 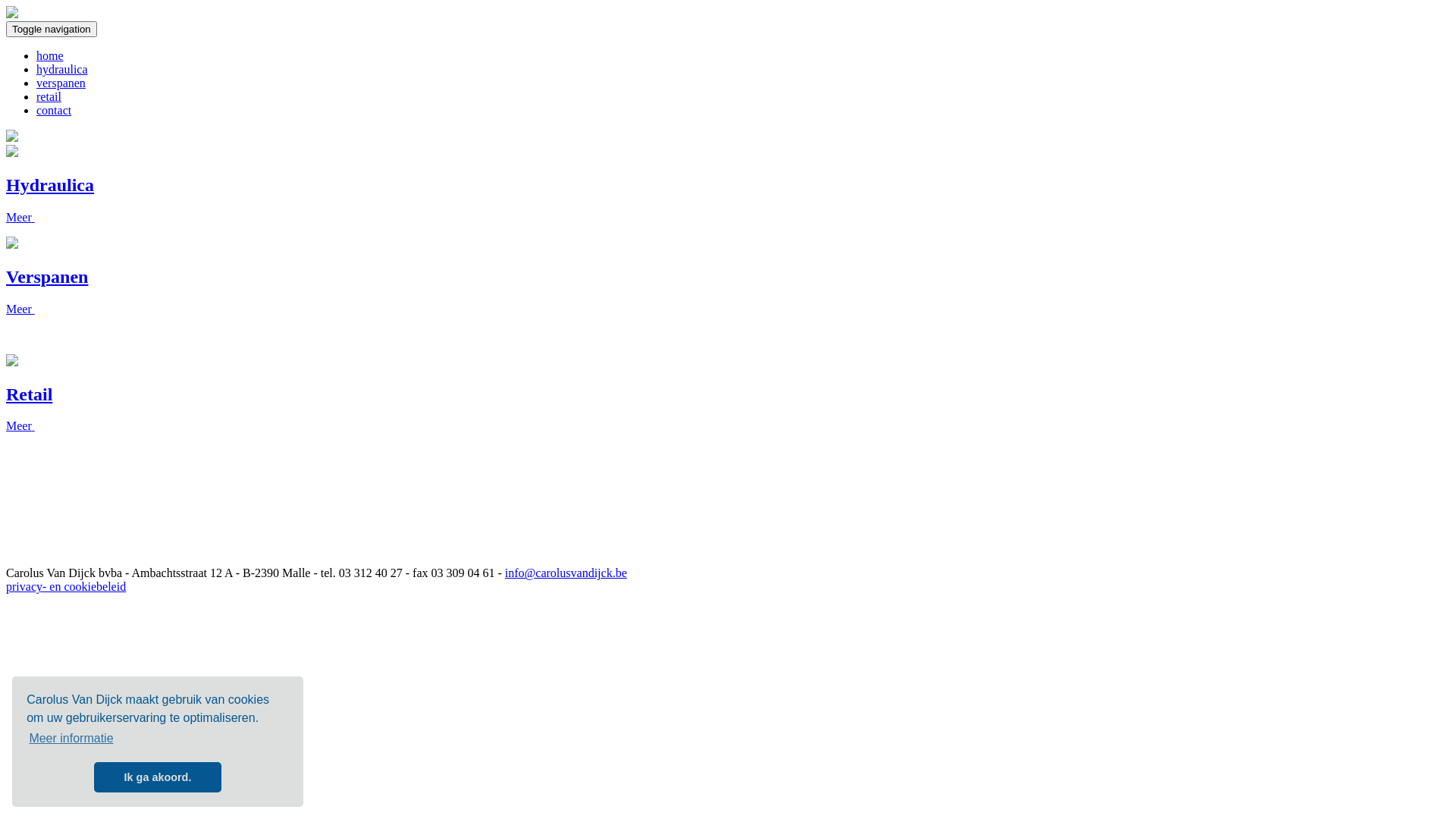 What do you see at coordinates (51, 29) in the screenshot?
I see `'Toggle navigation'` at bounding box center [51, 29].